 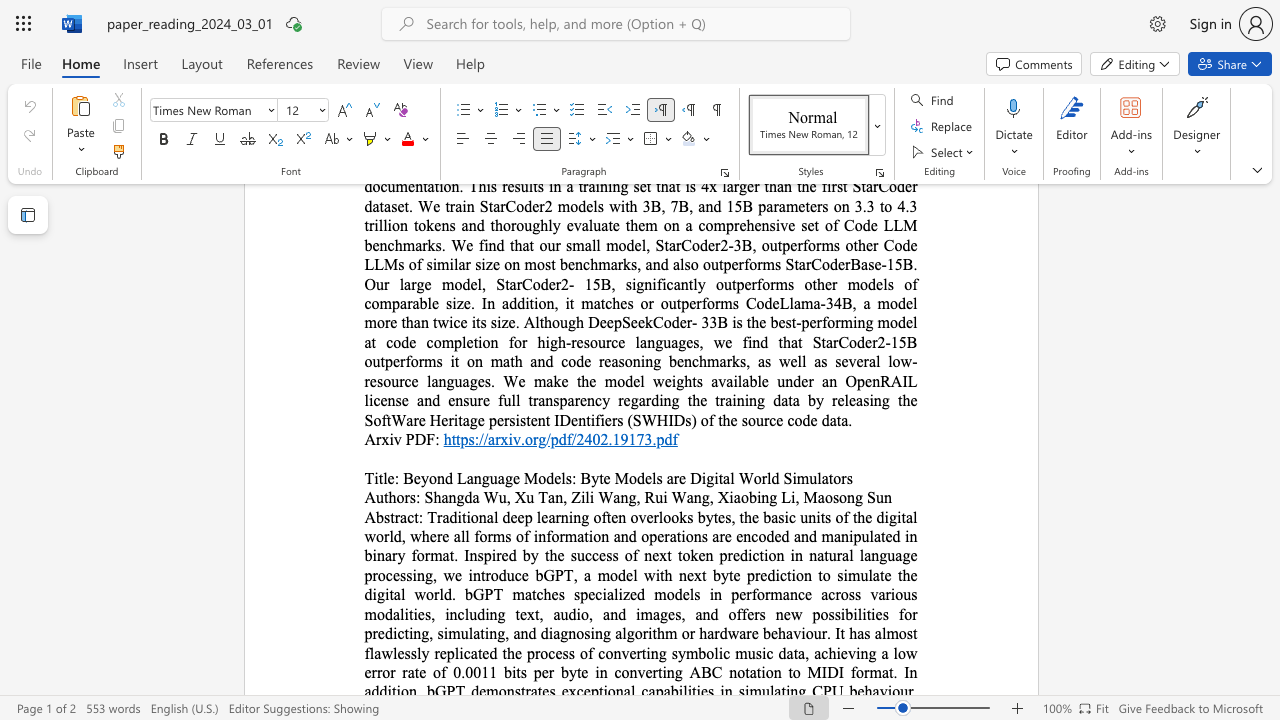 I want to click on the subset text "str" within the text "Abstract:", so click(x=384, y=516).